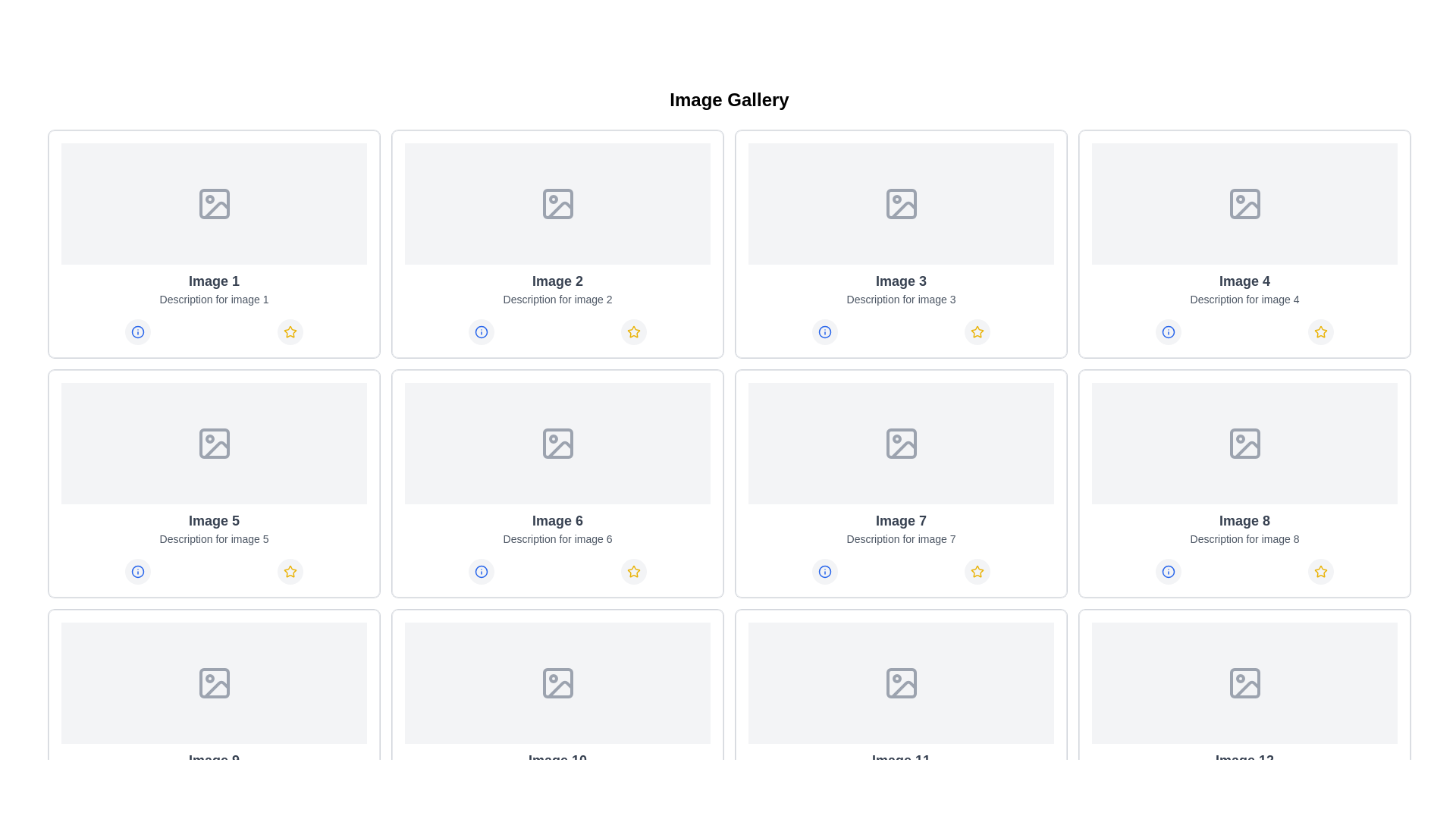 The height and width of the screenshot is (819, 1456). I want to click on the Text label located, so click(557, 519).